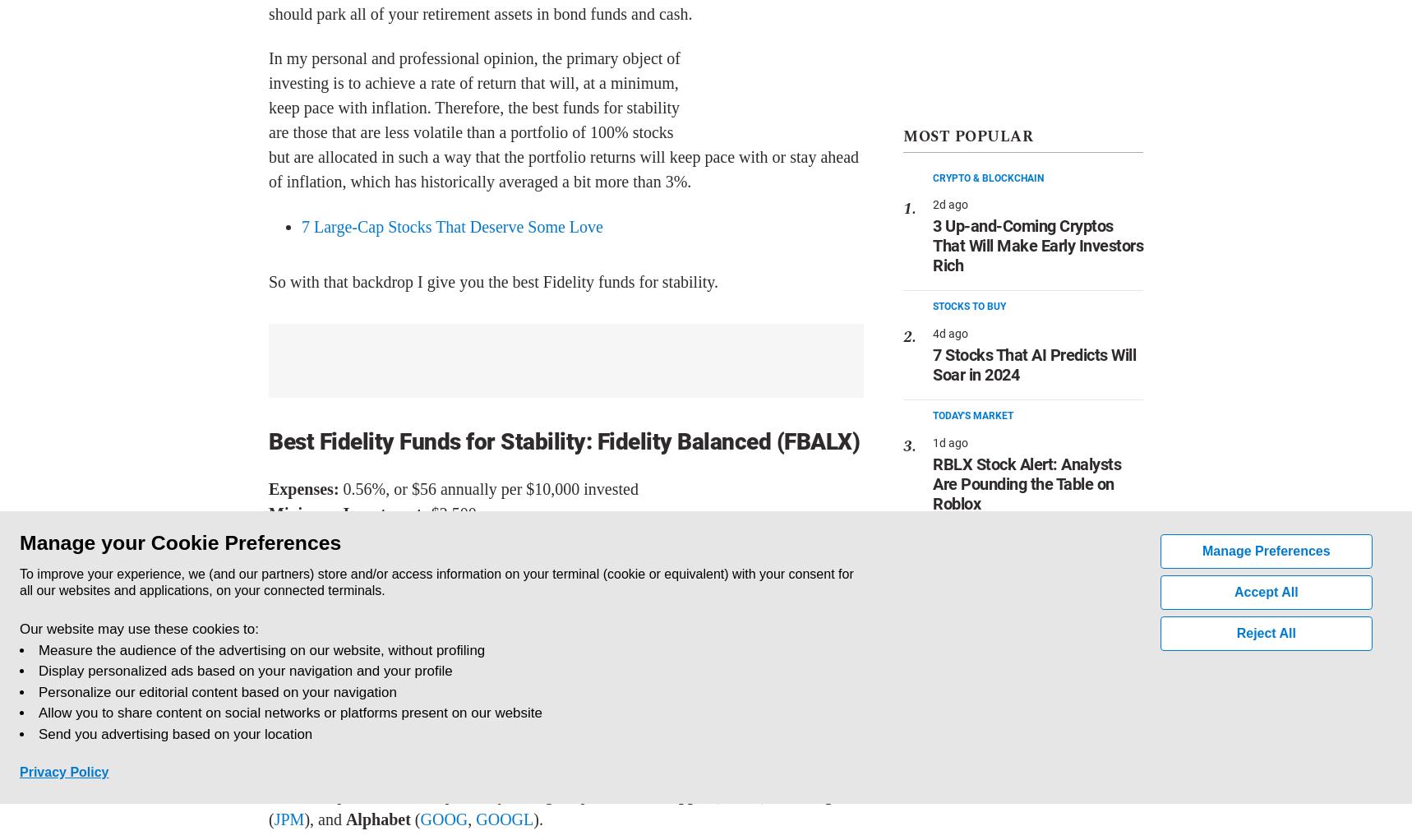 The width and height of the screenshot is (1412, 840). Describe the element at coordinates (1033, 363) in the screenshot. I see `'7 Stocks That AI Predicts Will Soar in 2024'` at that location.